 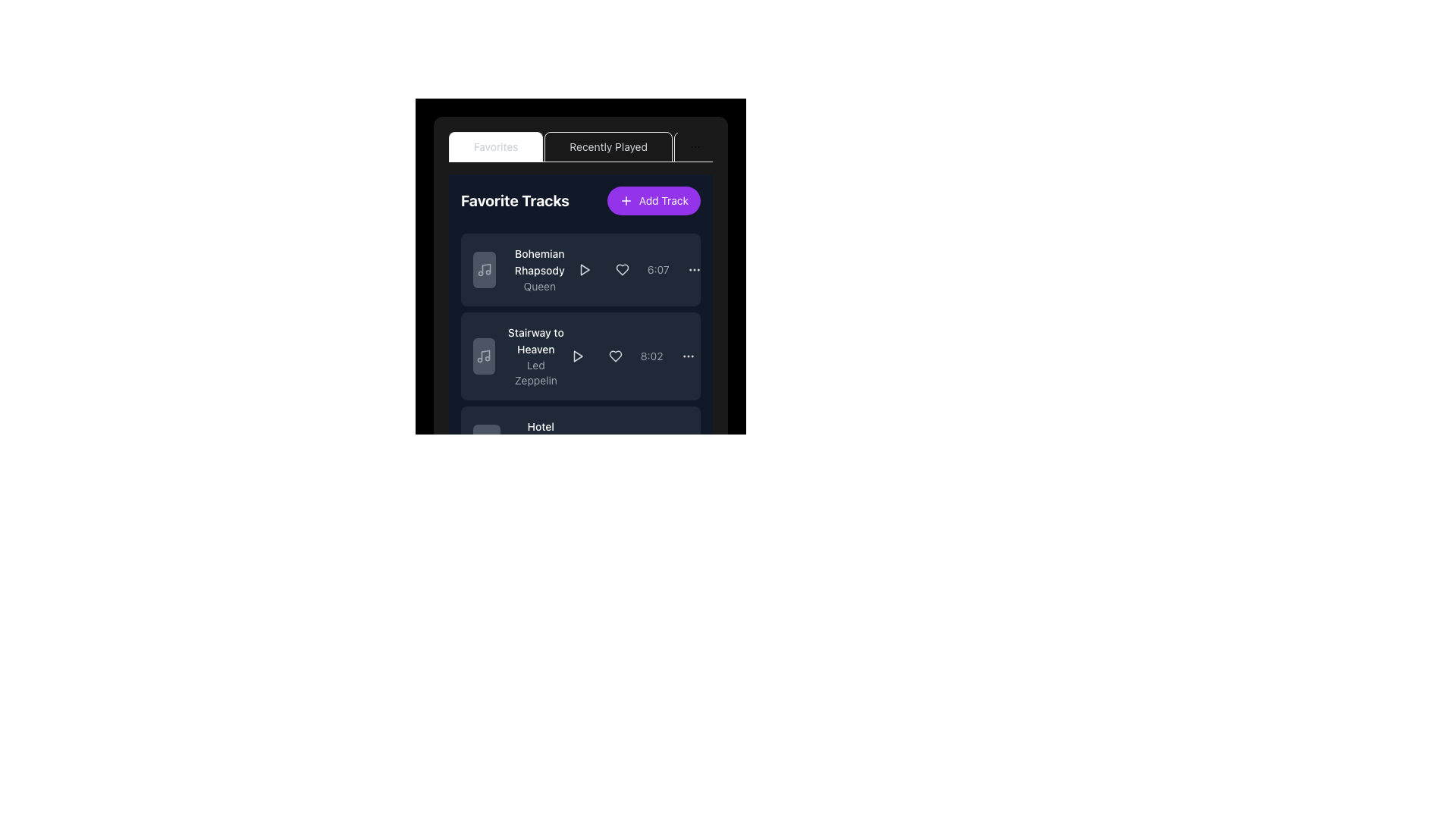 What do you see at coordinates (583, 268) in the screenshot?
I see `the play button for the track 'Bohemian Rhapsody' located to the right of the song title and above the duration '6:07'` at bounding box center [583, 268].